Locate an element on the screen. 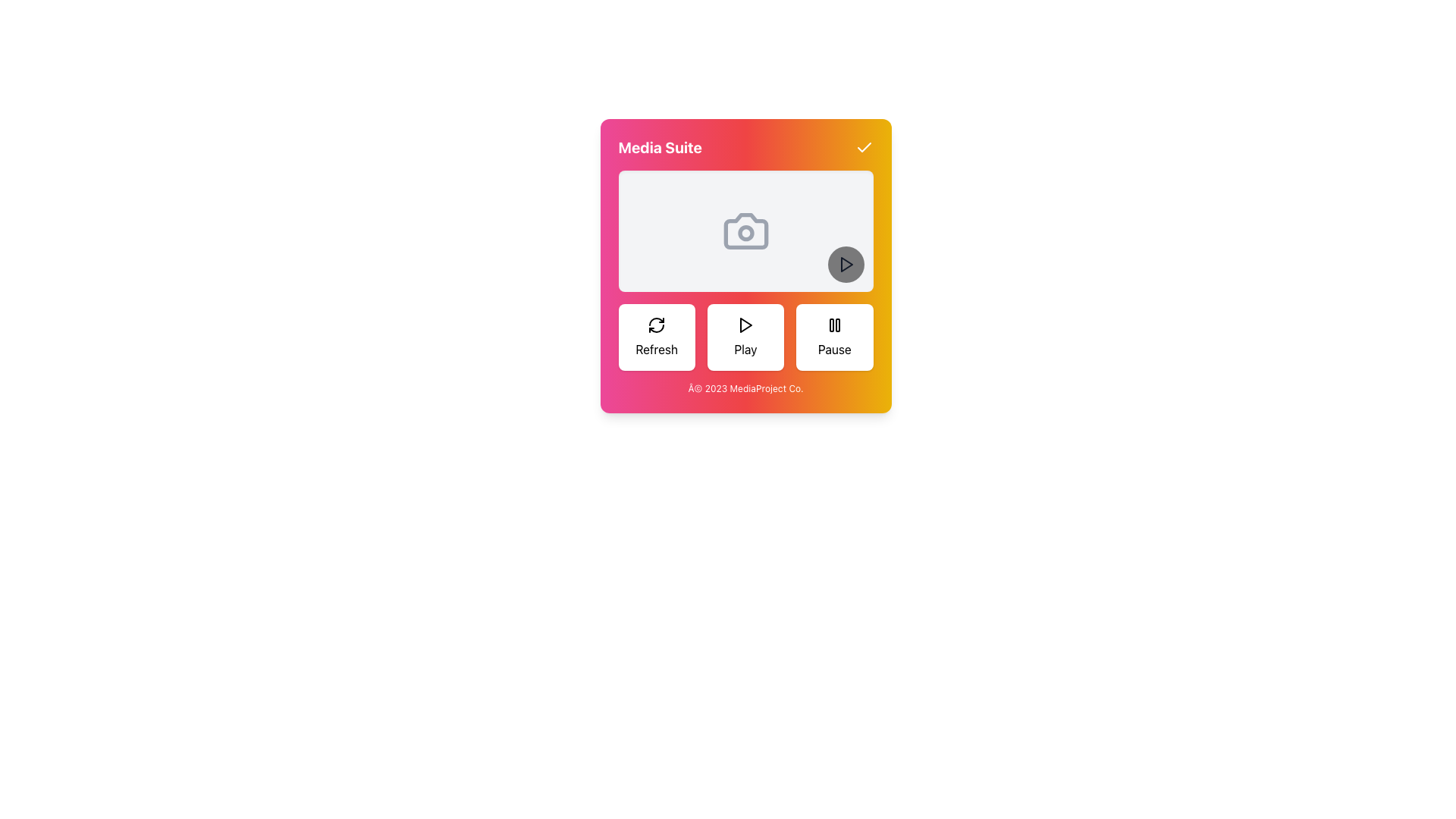 Image resolution: width=1456 pixels, height=819 pixels. the right bar of the pause icon, which is a narrow vertical rectangle with rounded corners, located within the button labeled 'Pause' is located at coordinates (836, 324).